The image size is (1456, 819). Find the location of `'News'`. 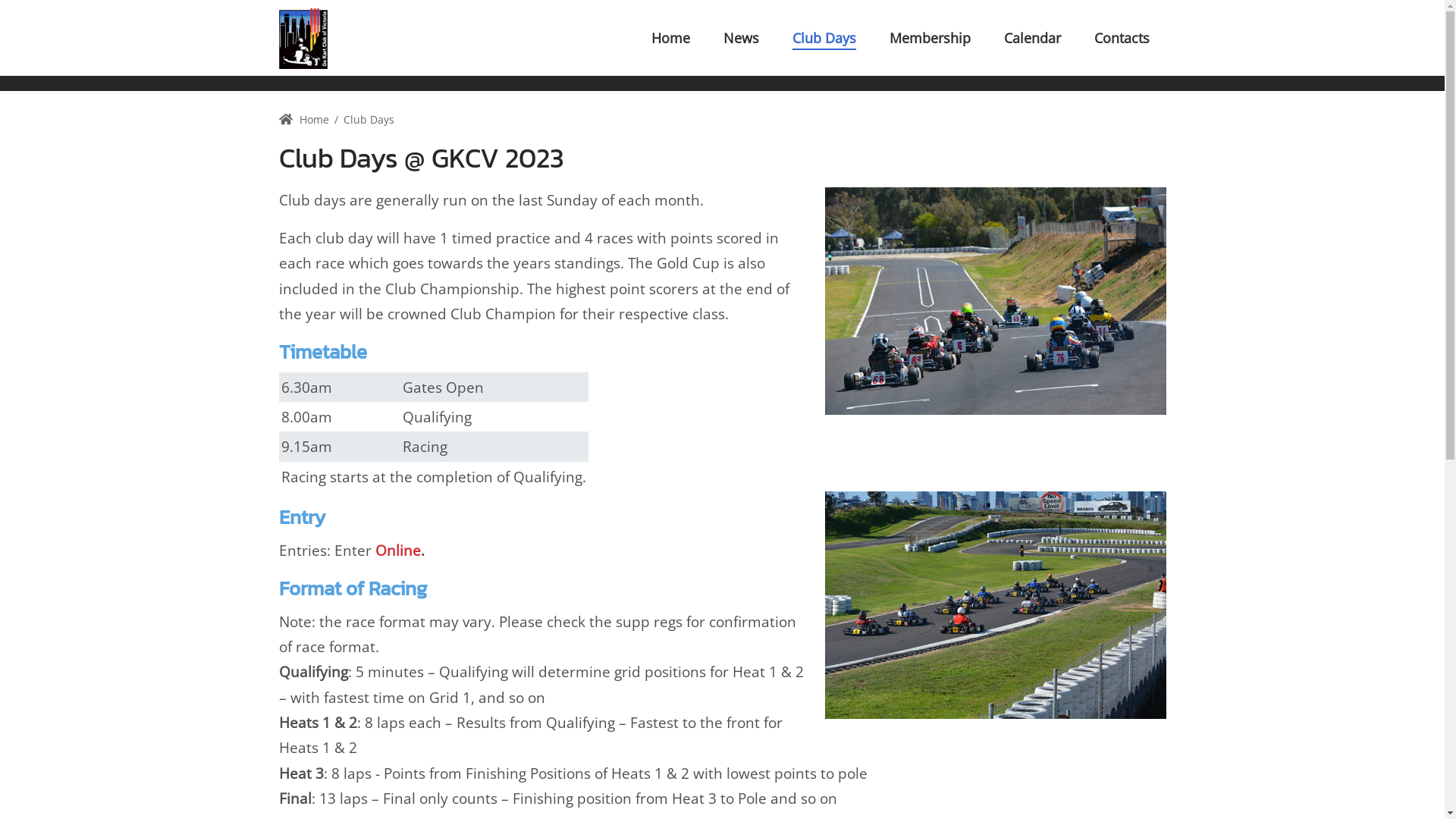

'News' is located at coordinates (741, 37).